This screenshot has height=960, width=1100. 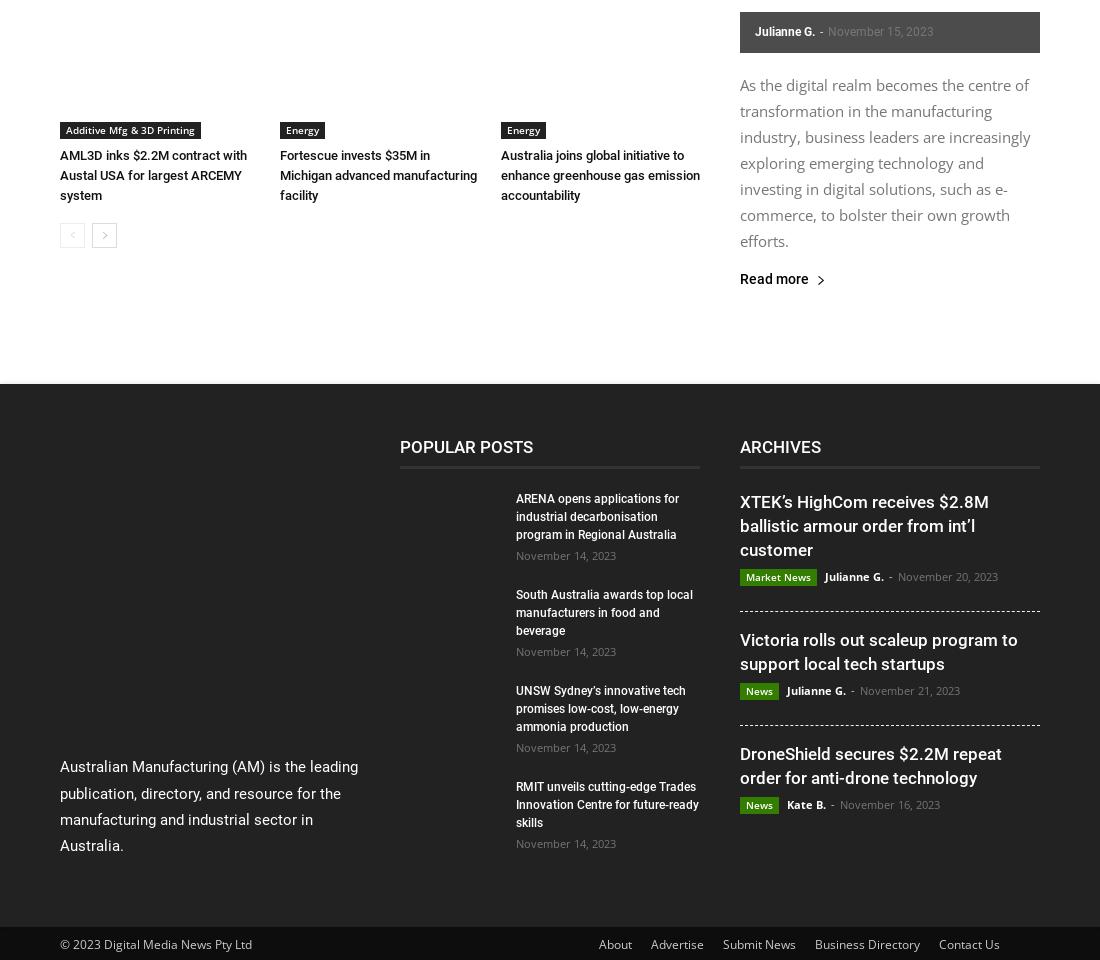 What do you see at coordinates (869, 764) in the screenshot?
I see `'DroneShield secures $2.2M repeat order for anti-drone technology'` at bounding box center [869, 764].